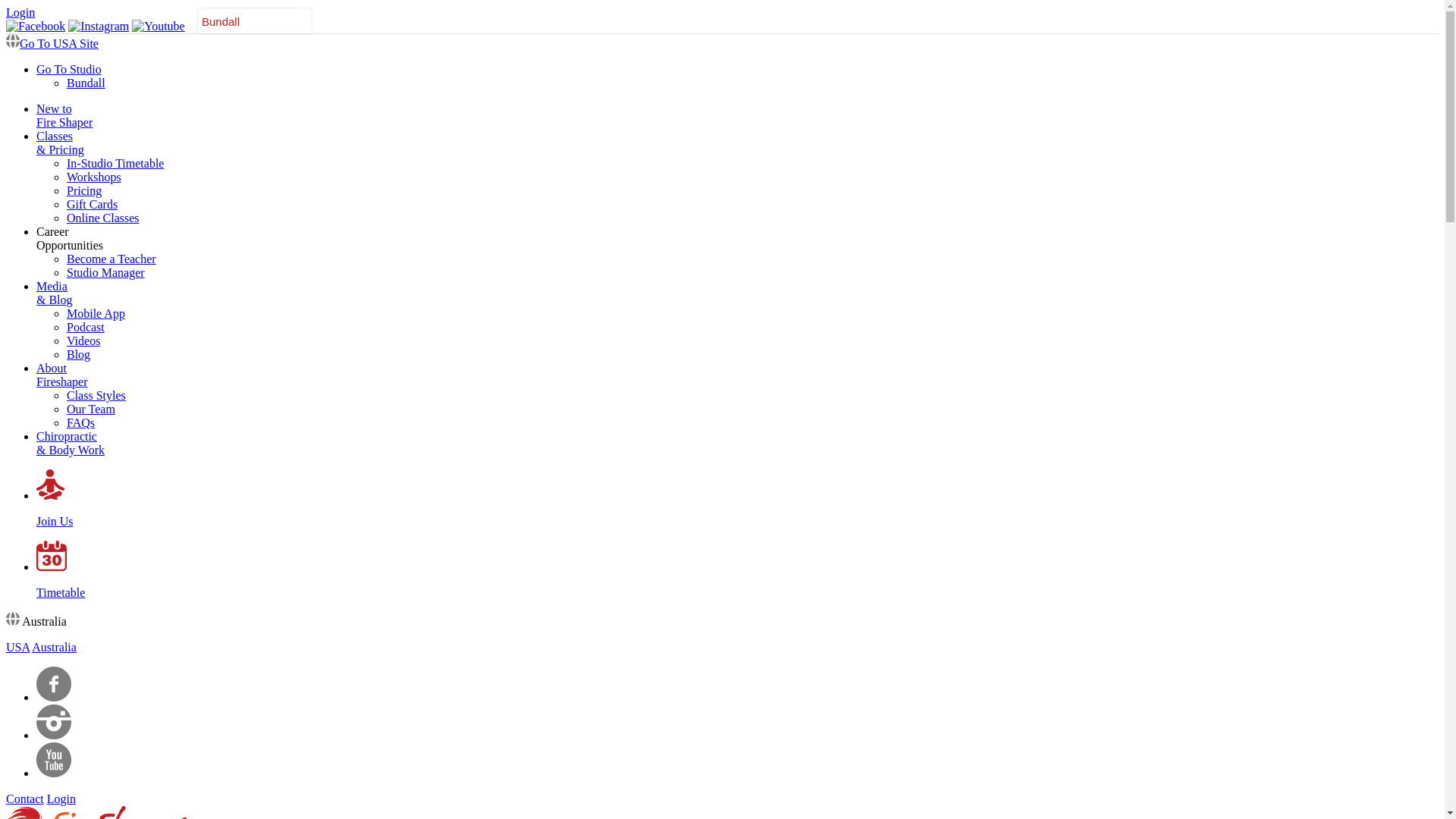 This screenshot has height=819, width=1456. Describe the element at coordinates (90, 408) in the screenshot. I see `'Our Team'` at that location.